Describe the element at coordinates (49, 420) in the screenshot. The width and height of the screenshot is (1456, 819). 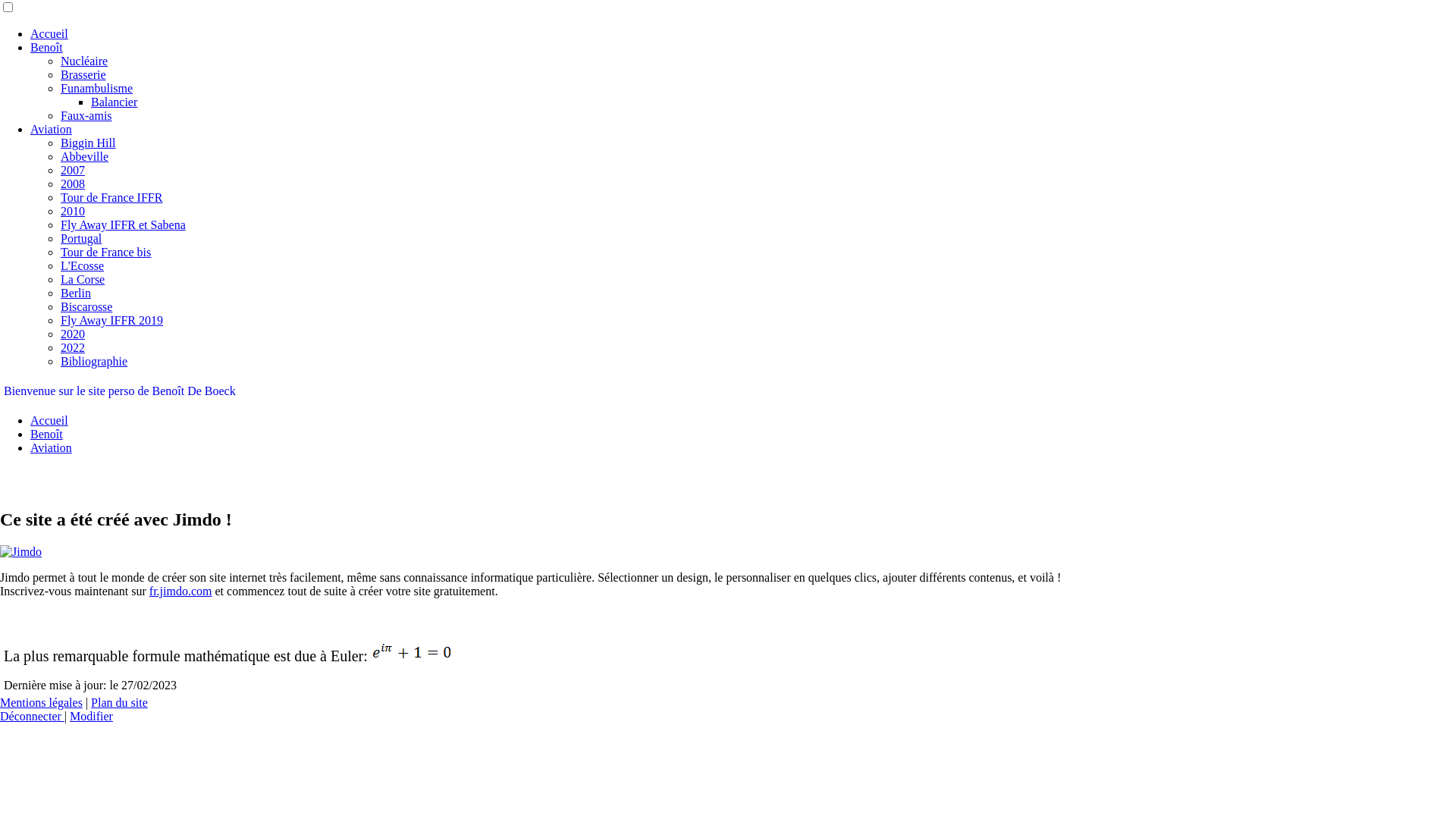
I see `'Accueil'` at that location.